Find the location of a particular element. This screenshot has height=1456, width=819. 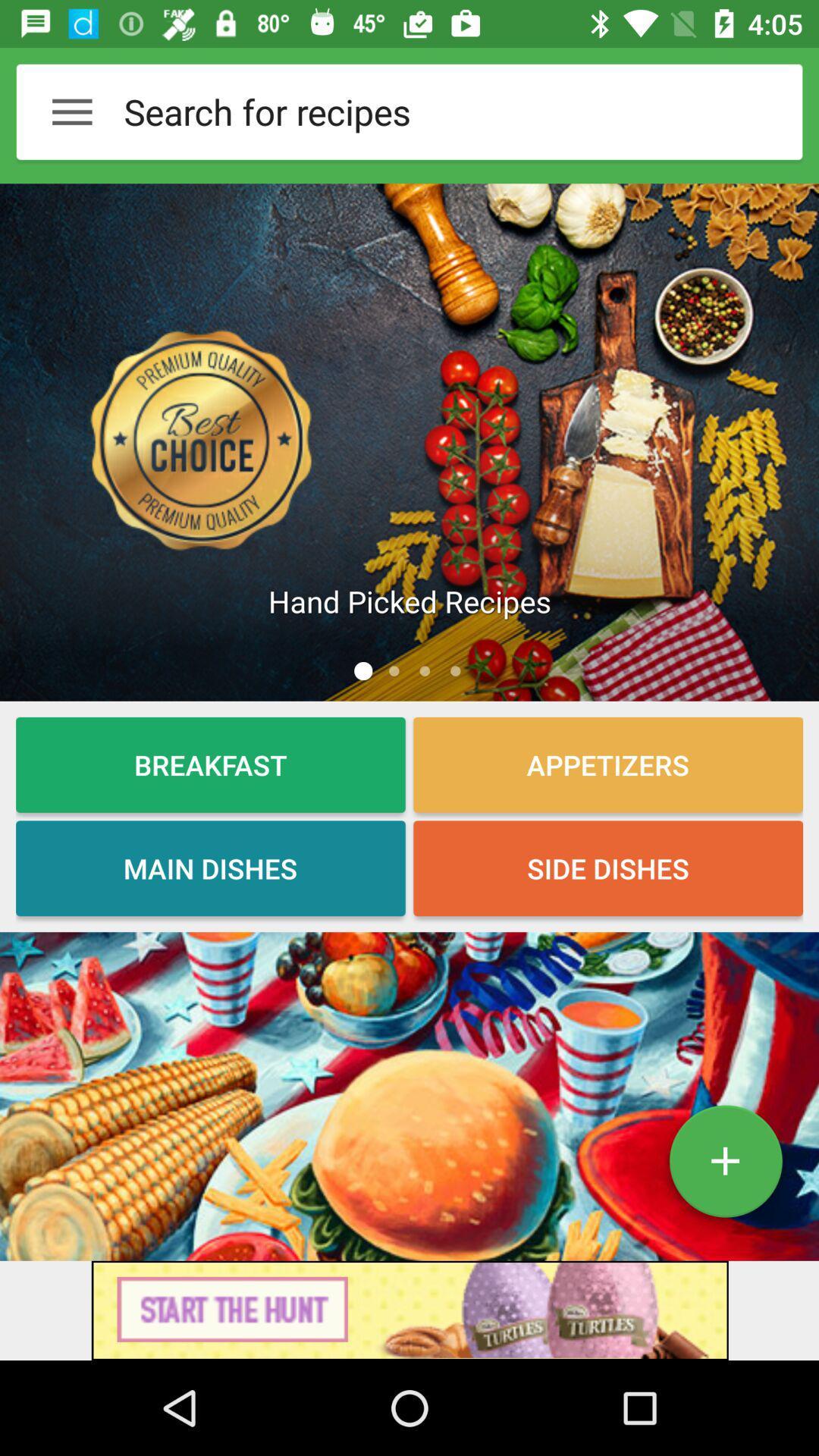

connect to advertisement is located at coordinates (409, 1310).